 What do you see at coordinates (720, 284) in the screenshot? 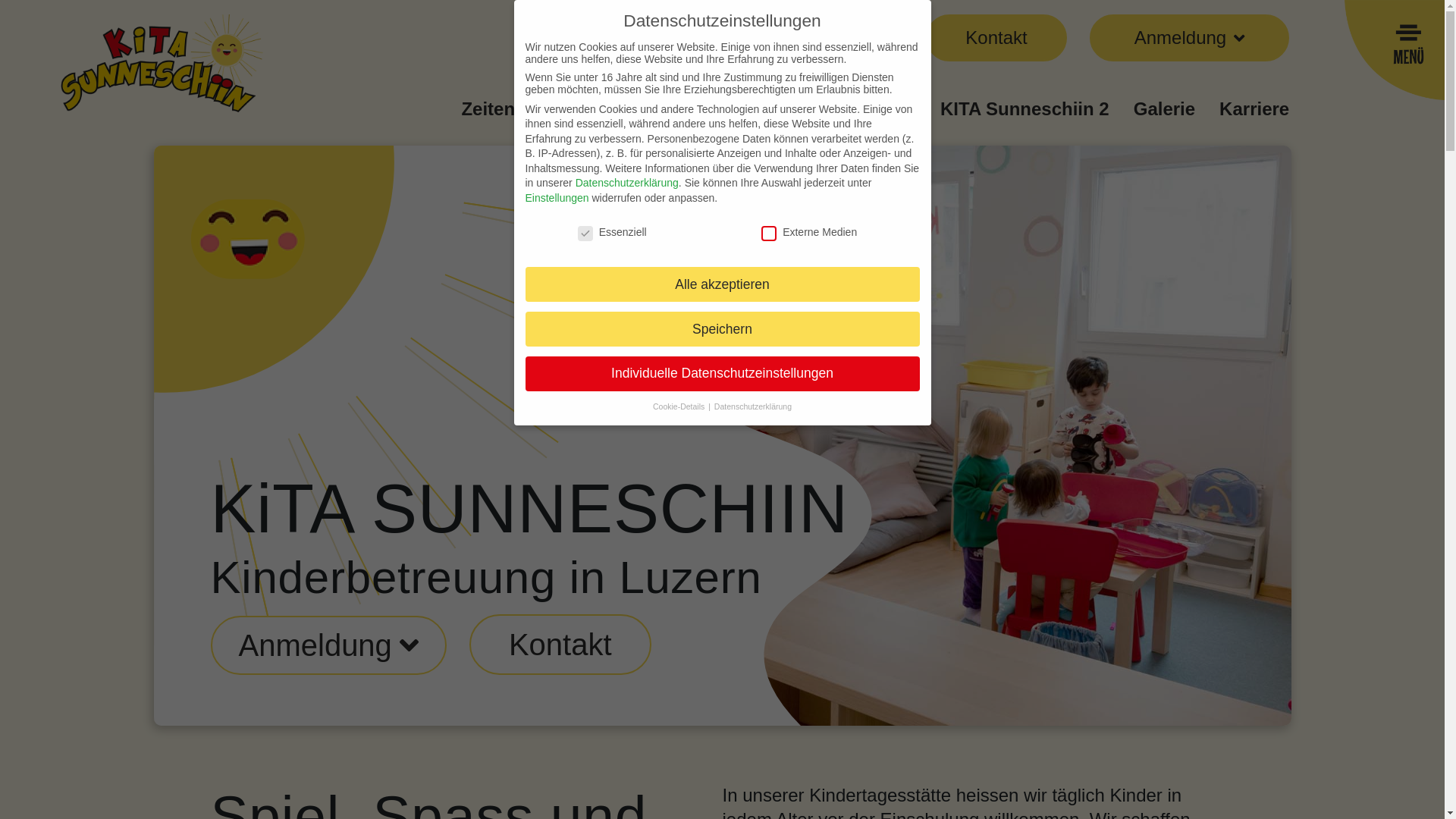
I see `'Alle akzeptieren'` at bounding box center [720, 284].